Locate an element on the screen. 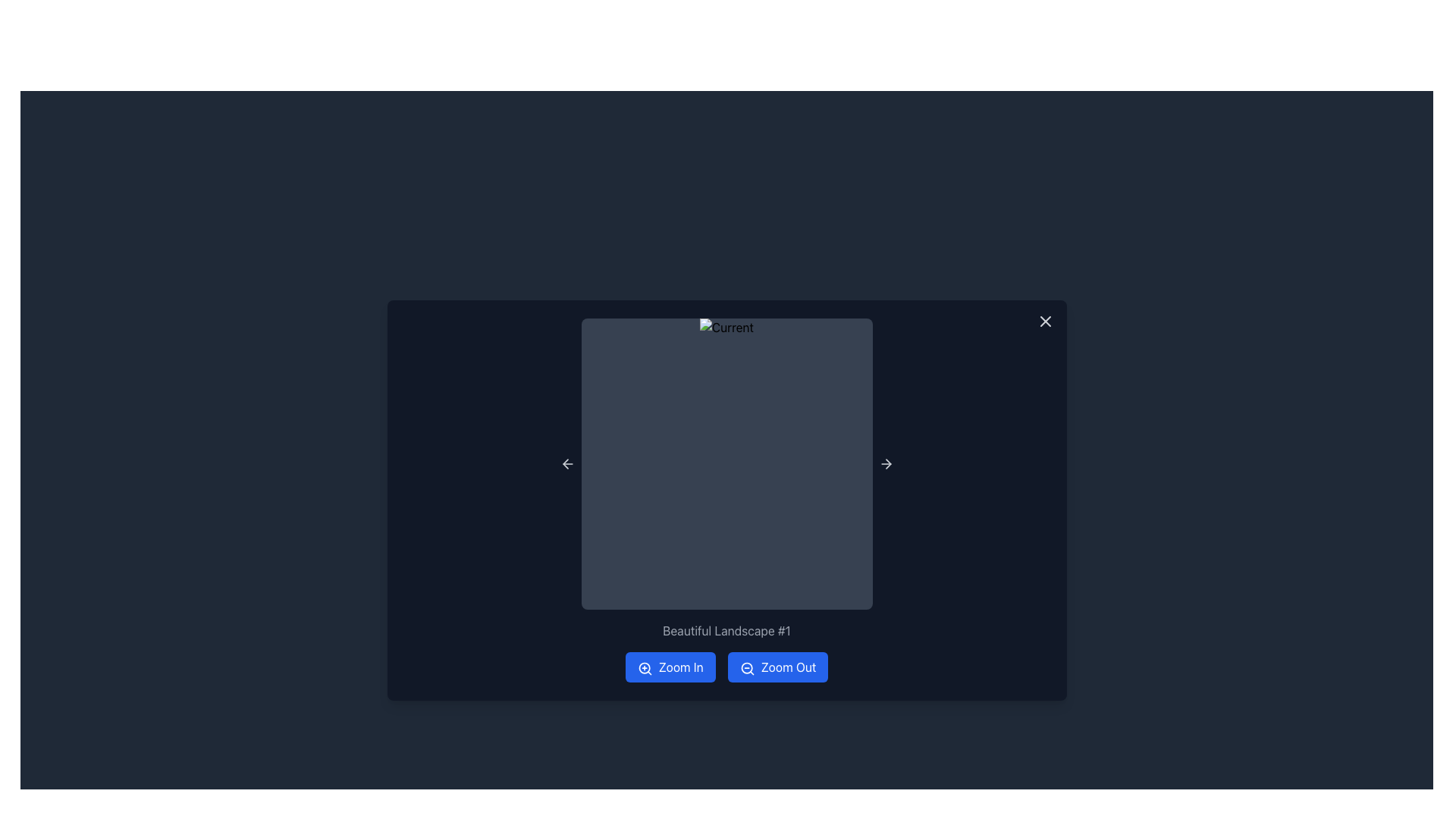  the Close Button, which is a small 'X' icon located at the top-right corner of the interactive modal is located at coordinates (1044, 321).